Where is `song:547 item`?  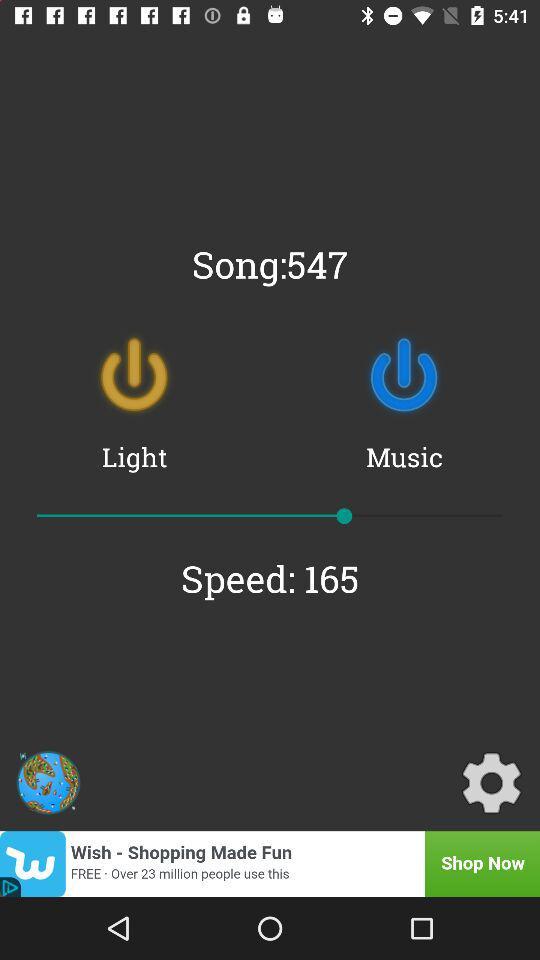 song:547 item is located at coordinates (270, 263).